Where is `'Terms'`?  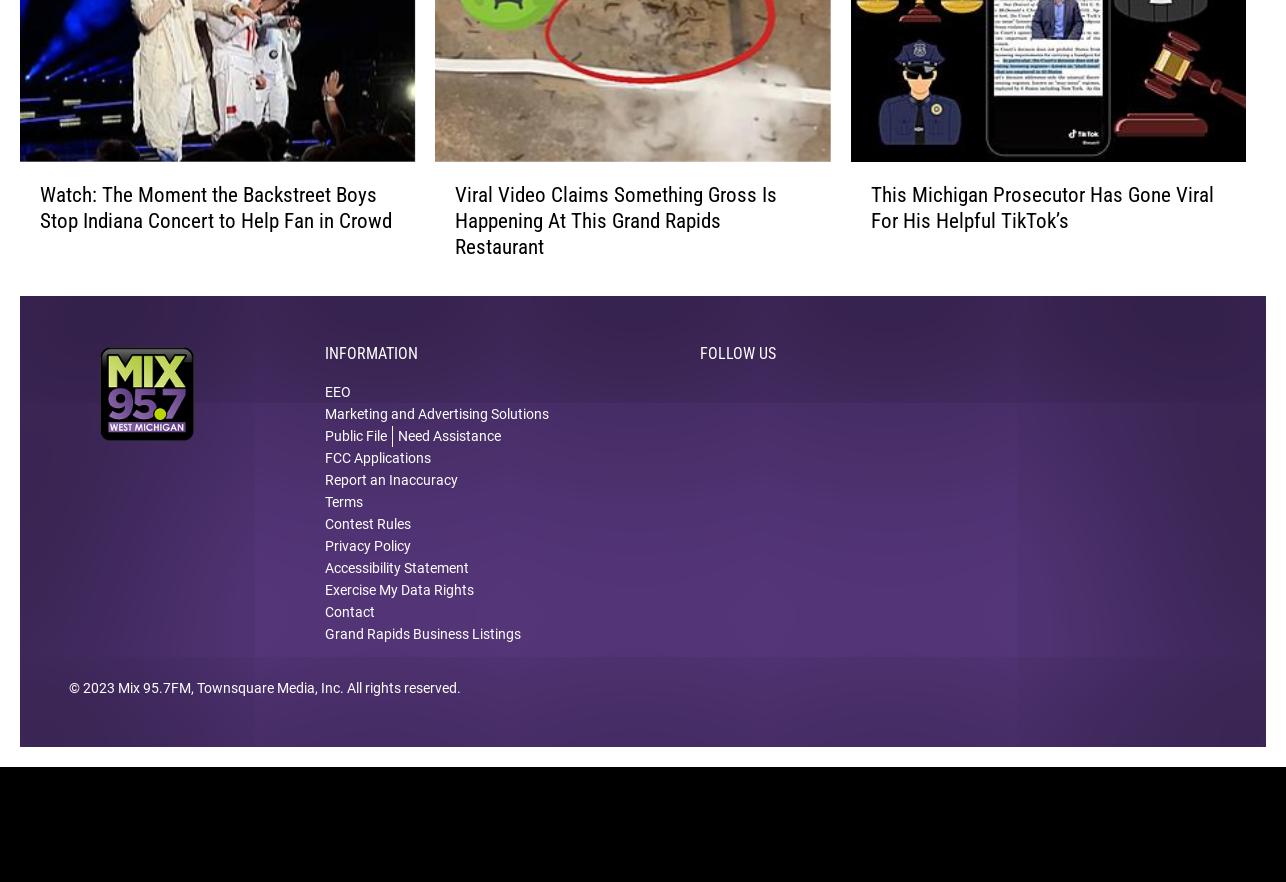
'Terms' is located at coordinates (343, 527).